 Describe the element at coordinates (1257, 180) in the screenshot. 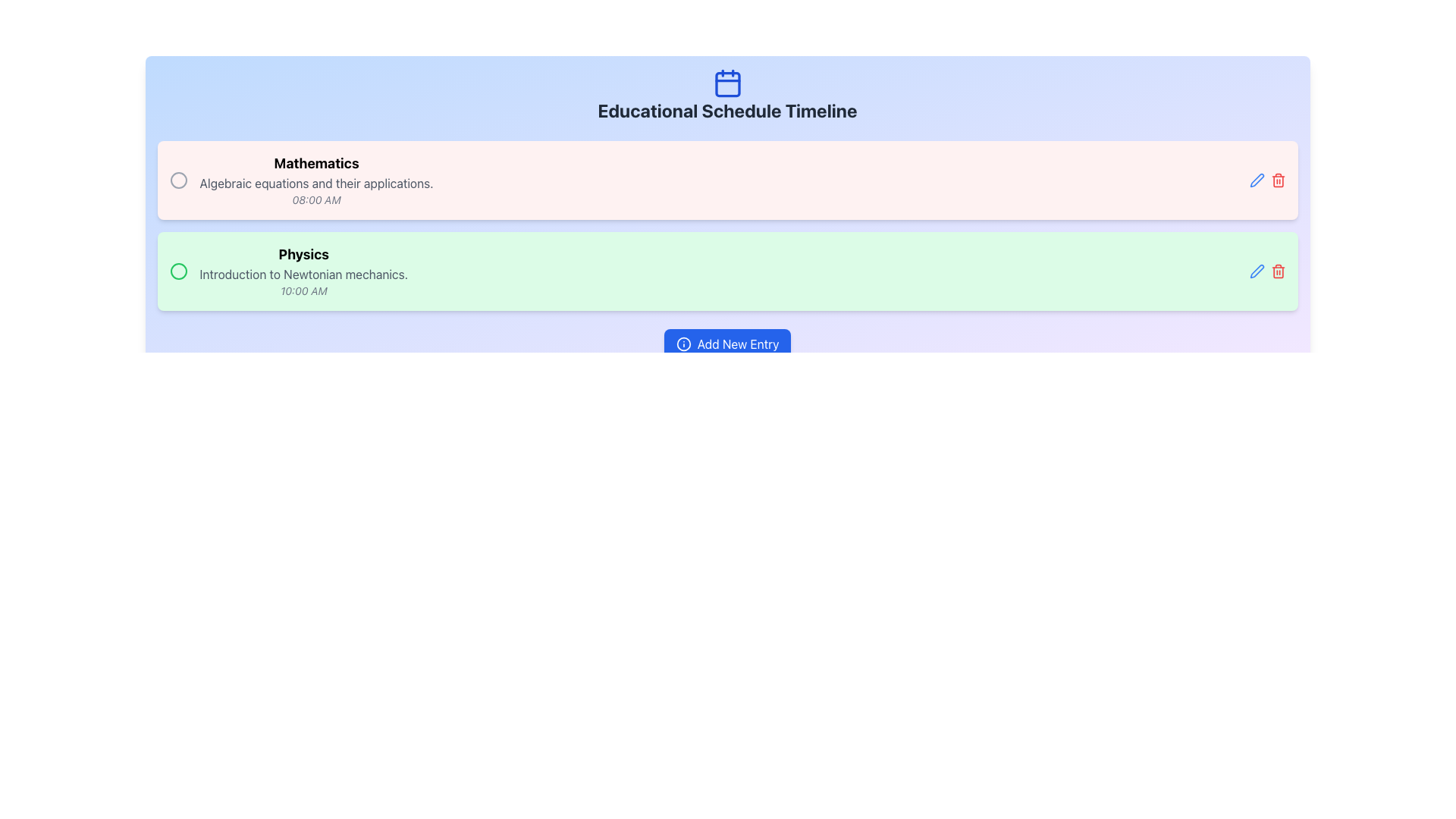

I see `the blue pen-shaped icon located on the right side of the green 'Physics' section to initiate the edit action` at that location.